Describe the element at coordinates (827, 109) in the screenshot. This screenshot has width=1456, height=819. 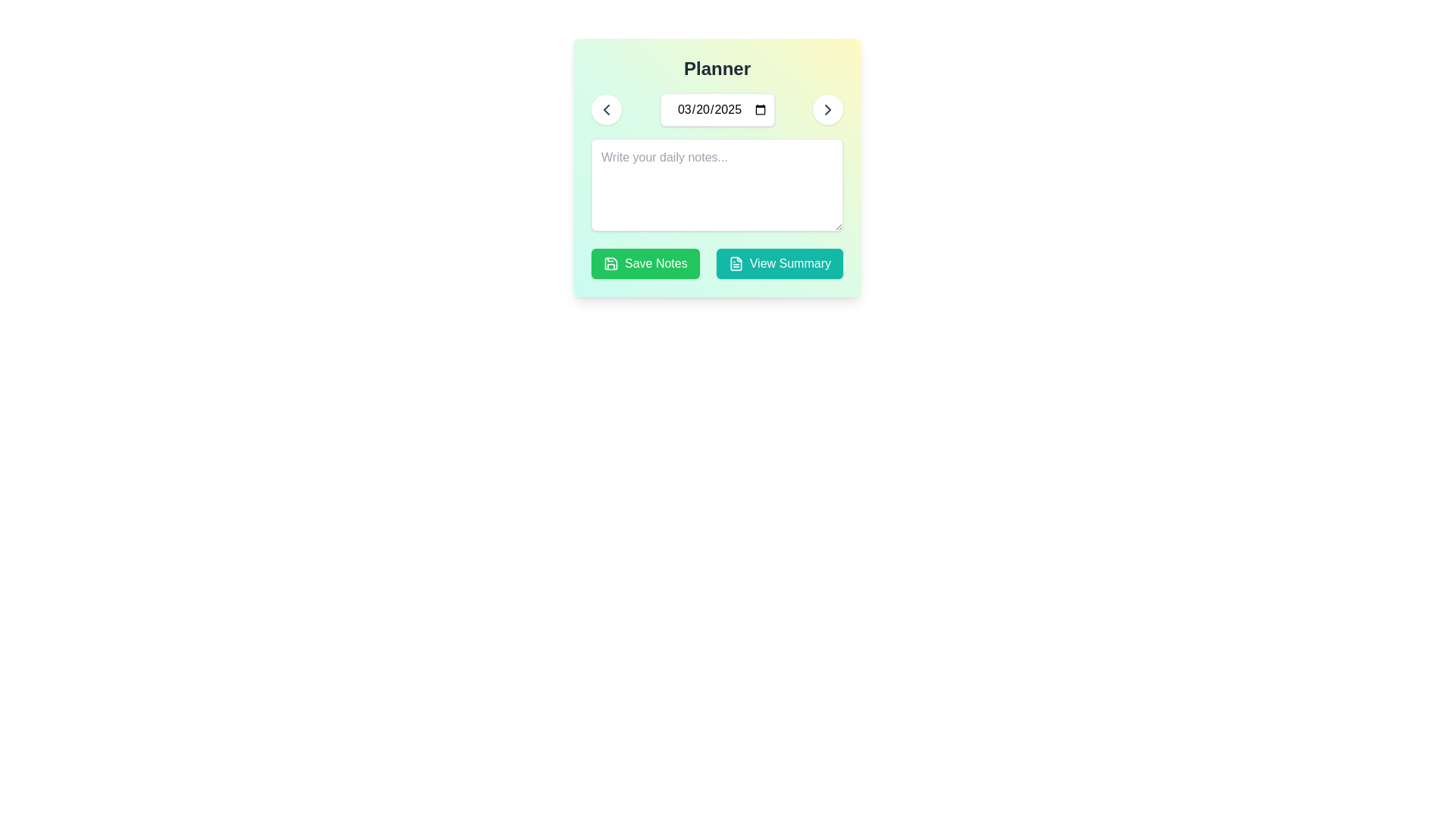
I see `the circular button at the top of the planner interface that contains the navigation icon to proceed forward in time` at that location.